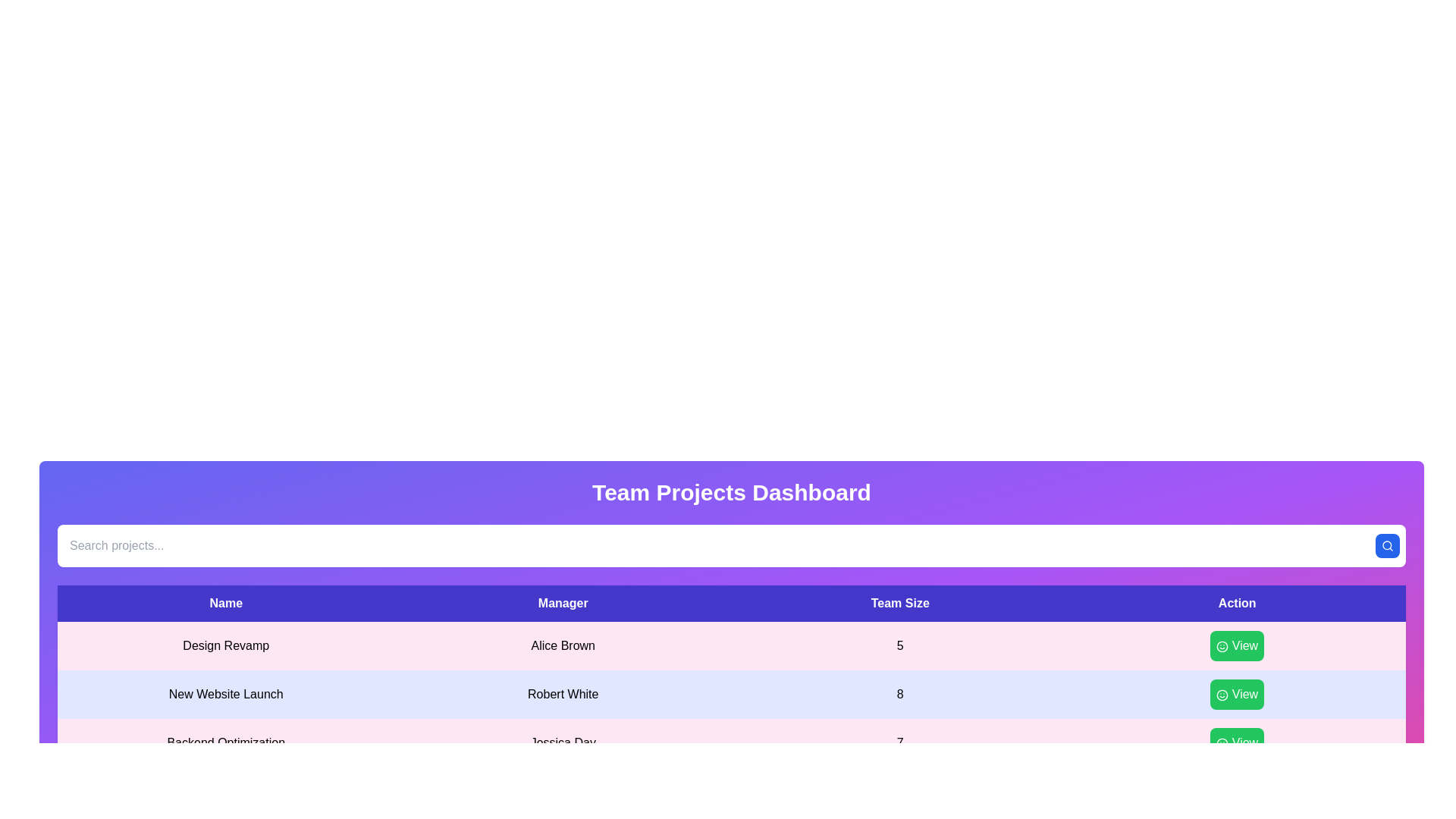 The width and height of the screenshot is (1456, 819). What do you see at coordinates (1222, 646) in the screenshot?
I see `the smiling face icon located on the left side of the green 'View' button in the first row of the 'Action' column in the UI table` at bounding box center [1222, 646].